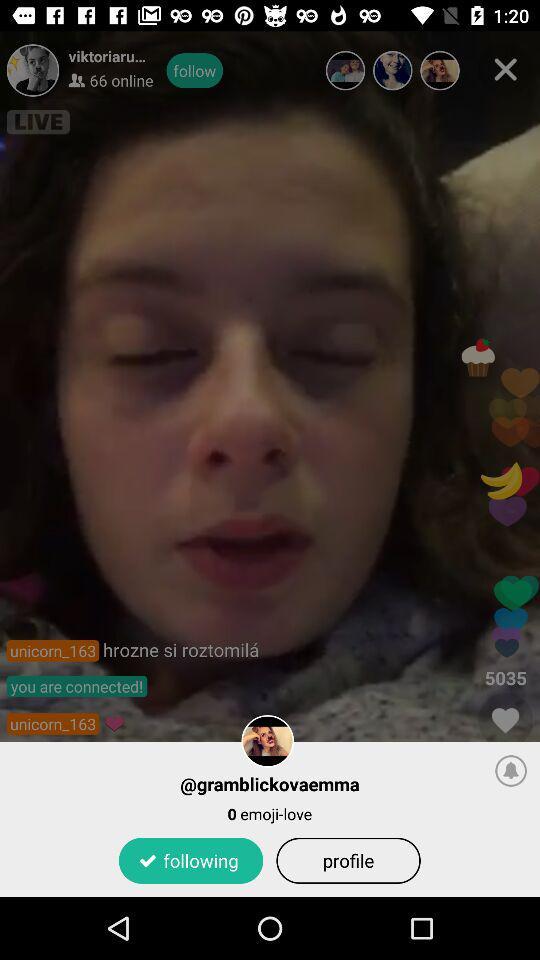  Describe the element at coordinates (270, 464) in the screenshot. I see `the icon at the center` at that location.